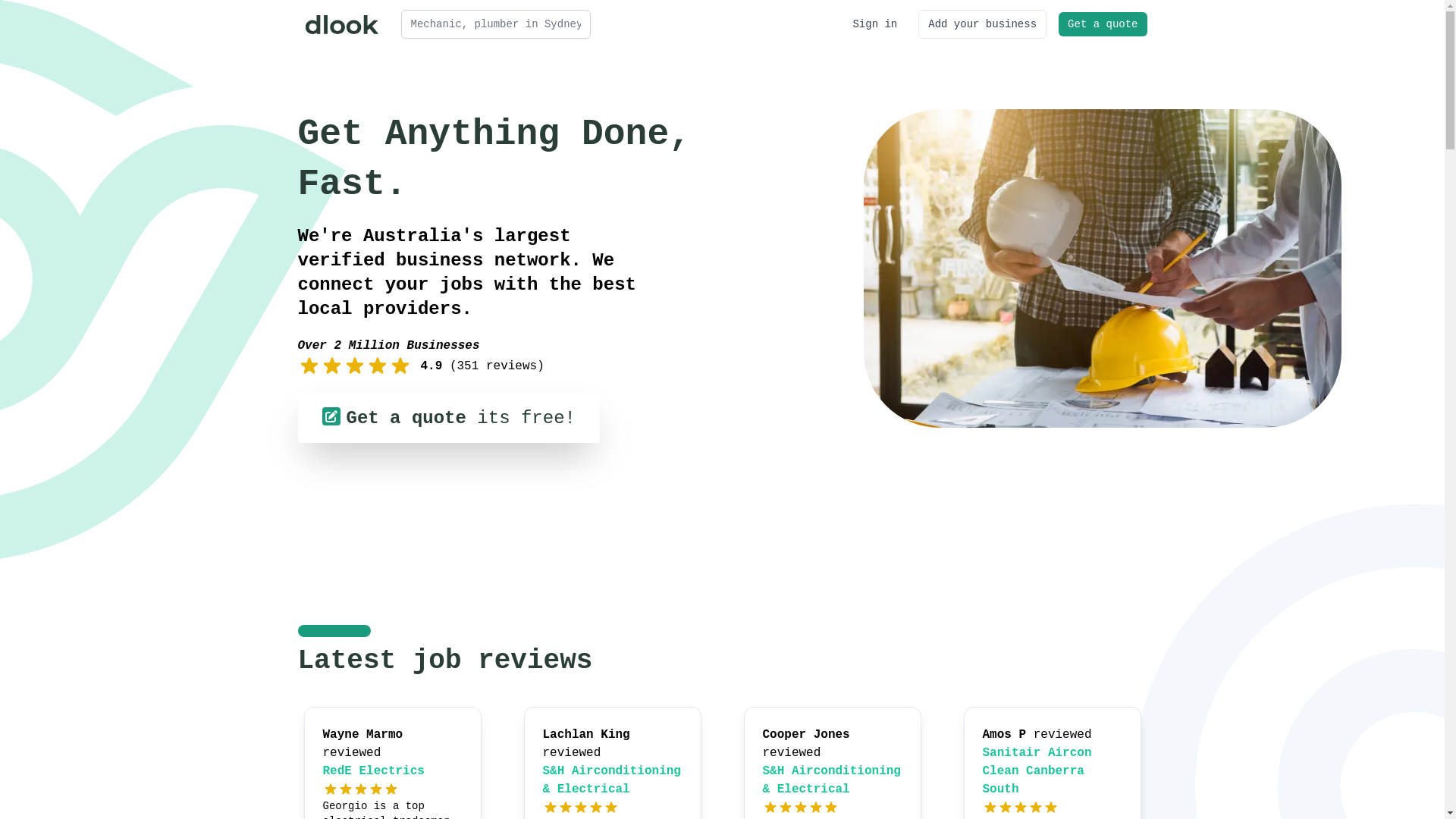 This screenshot has height=819, width=1456. Describe the element at coordinates (611, 780) in the screenshot. I see `'S&H Airconditioning & Electrical'` at that location.